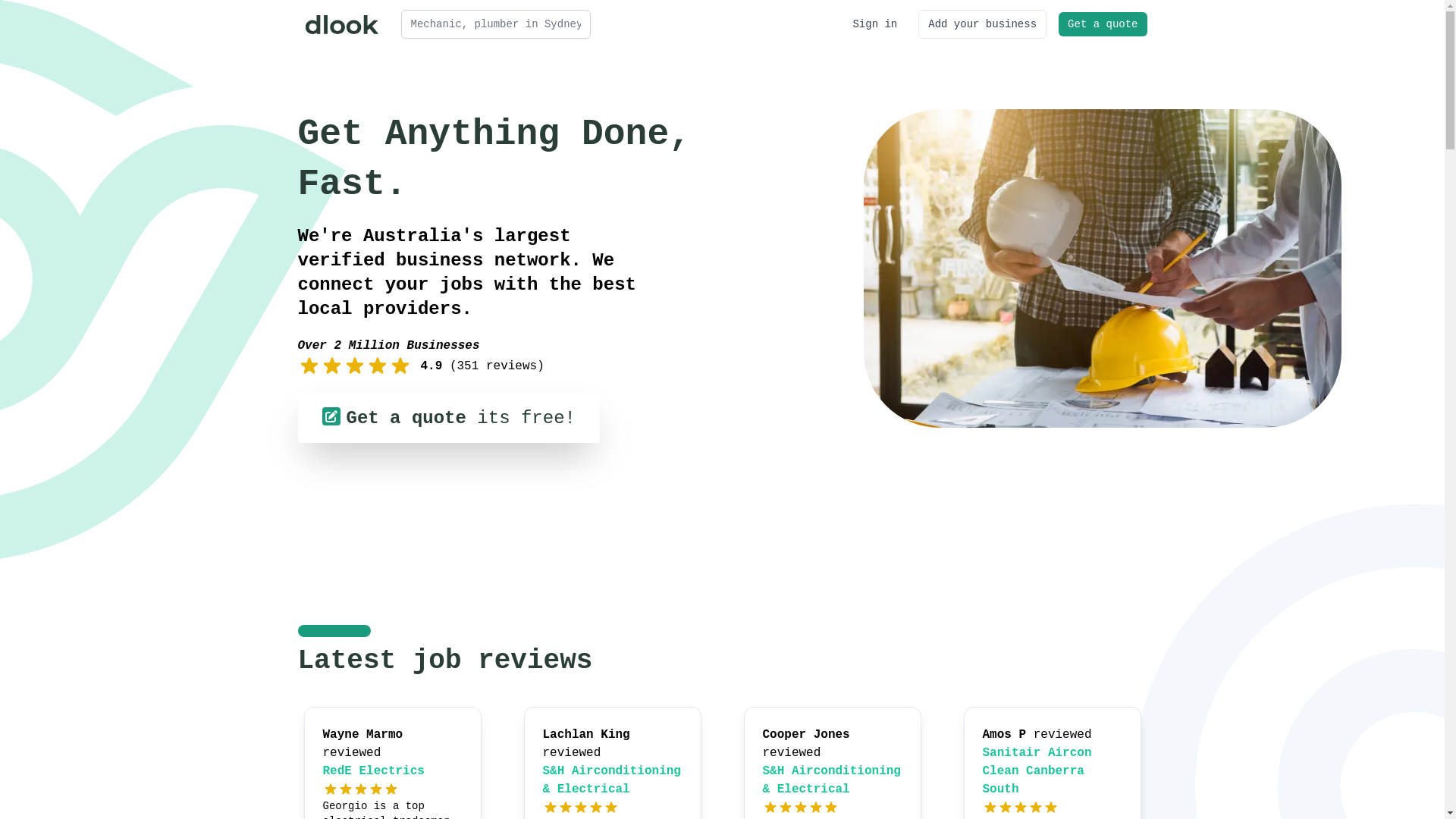 This screenshot has height=819, width=1456. Describe the element at coordinates (611, 780) in the screenshot. I see `'S&H Airconditioning & Electrical'` at that location.